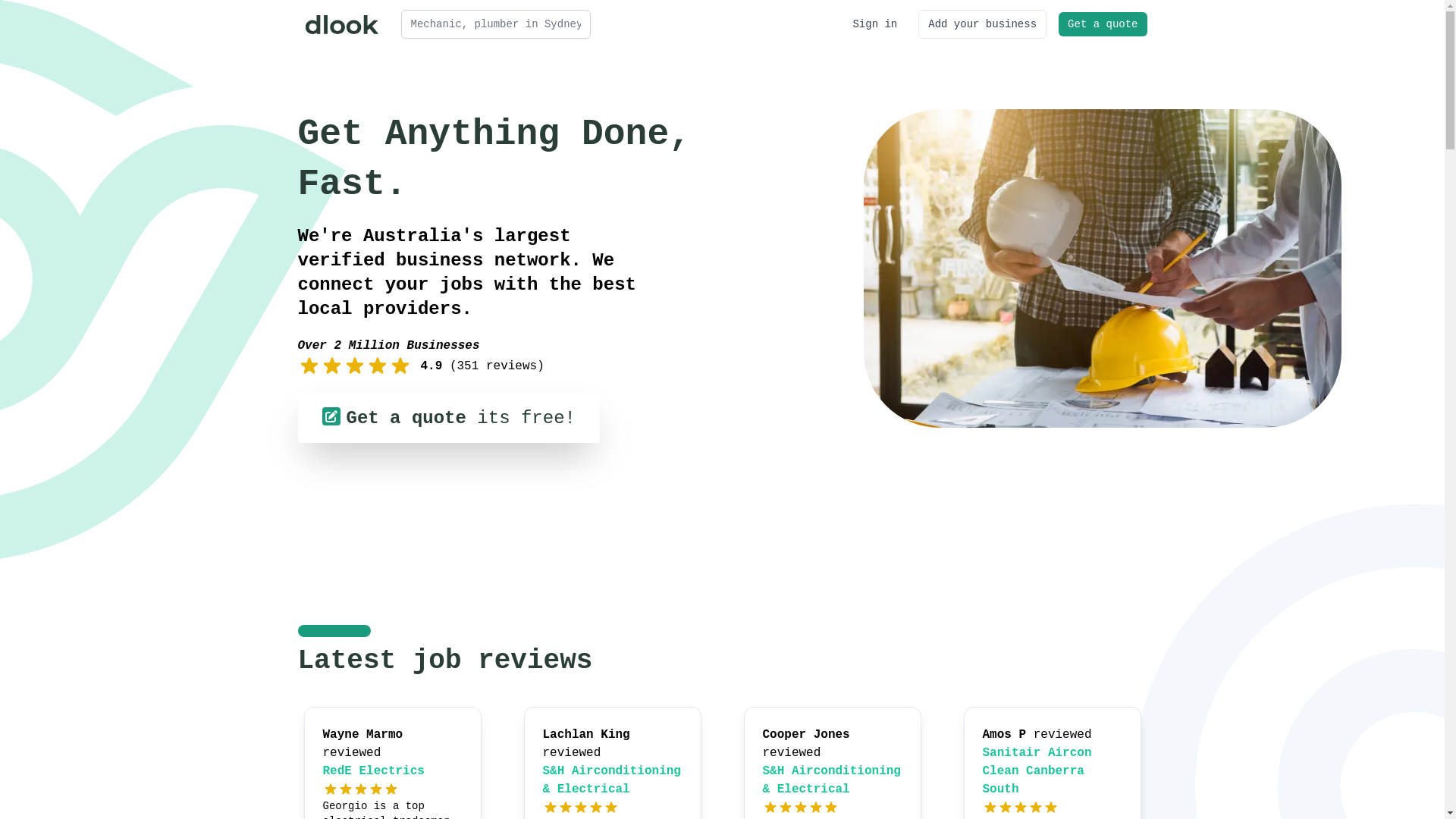 This screenshot has height=819, width=1456. Describe the element at coordinates (611, 780) in the screenshot. I see `'S&H Airconditioning & Electrical'` at that location.